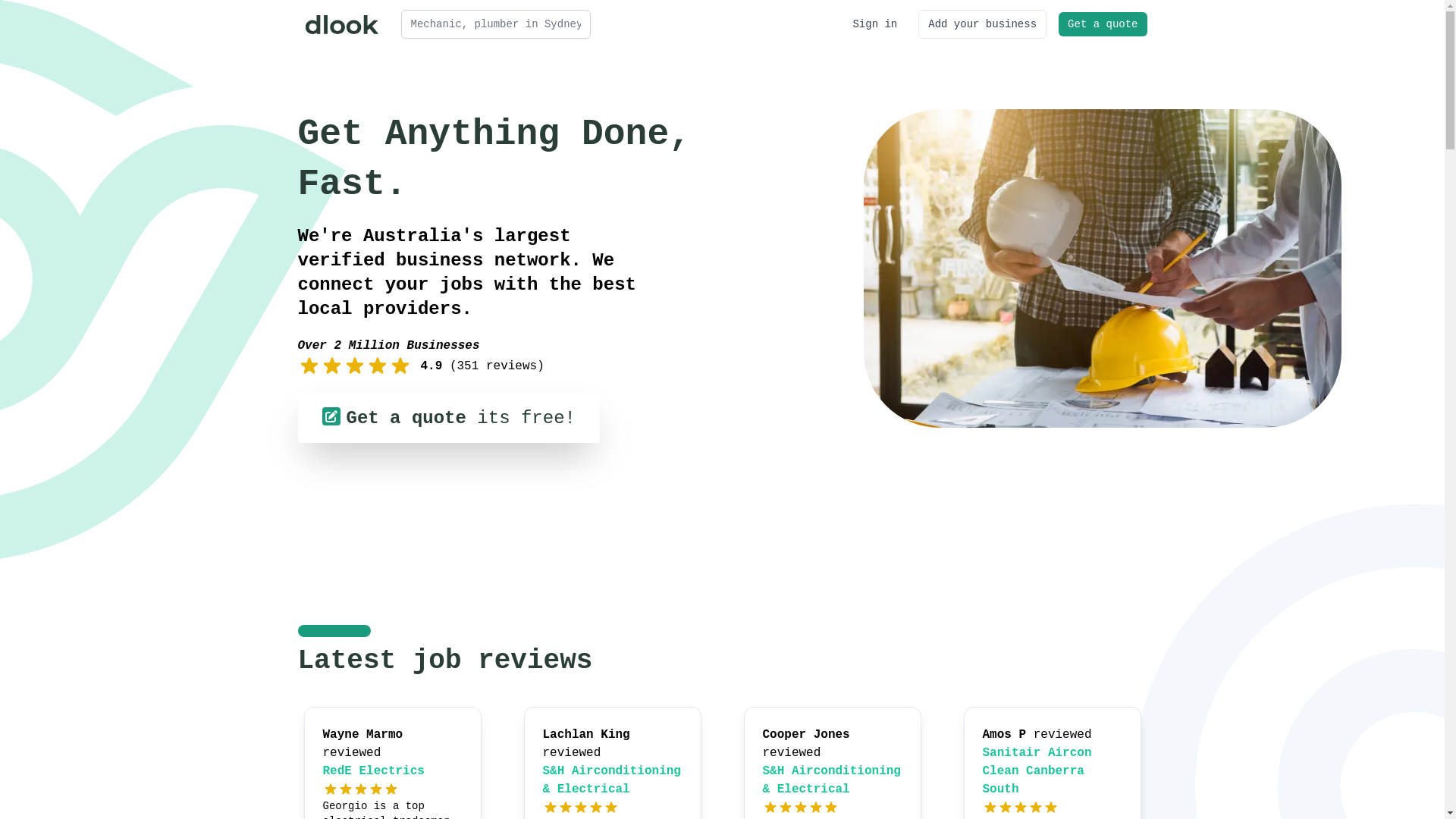 This screenshot has height=819, width=1456. Describe the element at coordinates (611, 780) in the screenshot. I see `'S&H Airconditioning & Electrical'` at that location.